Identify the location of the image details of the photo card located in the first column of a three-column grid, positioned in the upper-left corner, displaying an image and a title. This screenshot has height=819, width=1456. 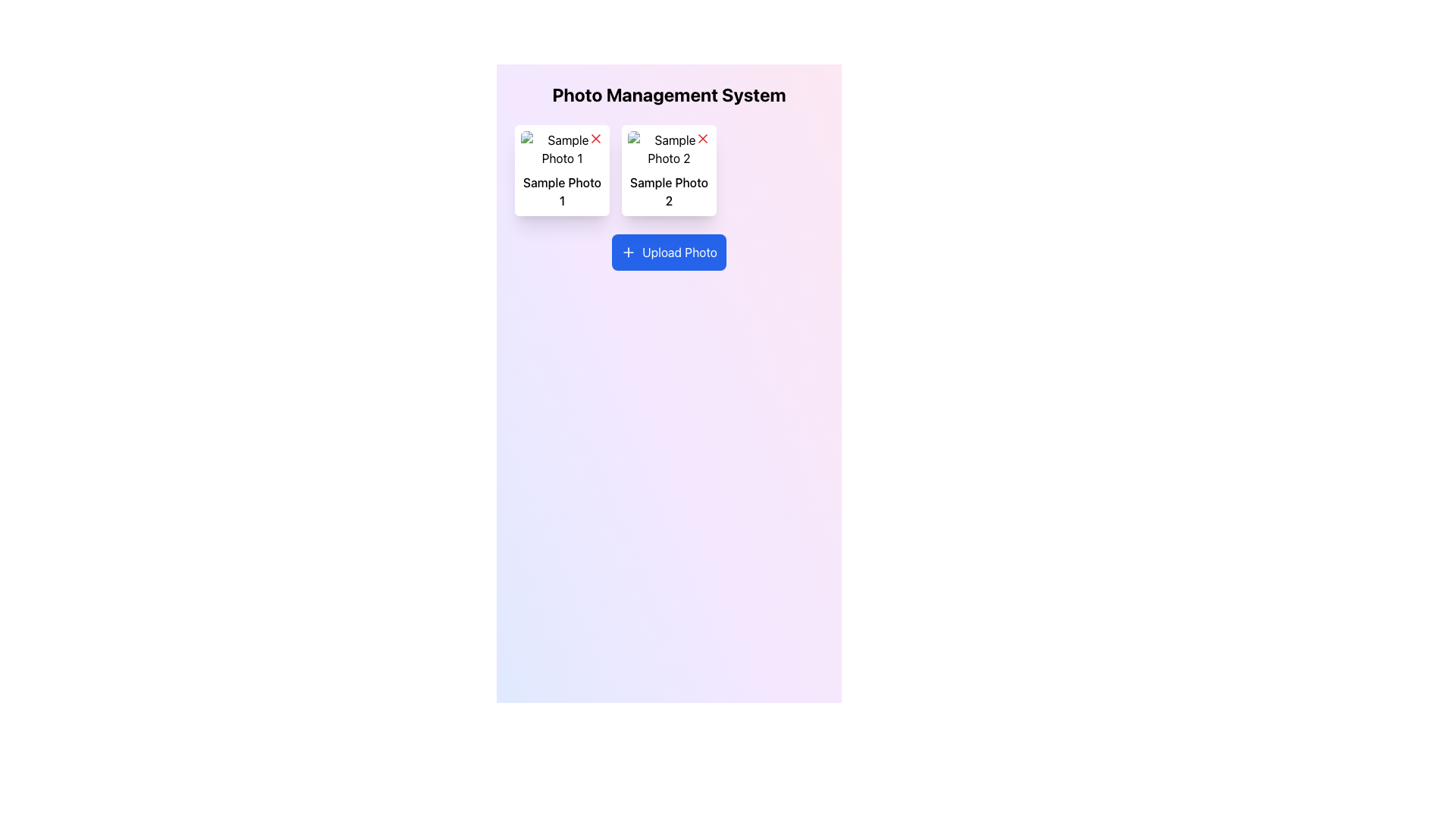
(561, 170).